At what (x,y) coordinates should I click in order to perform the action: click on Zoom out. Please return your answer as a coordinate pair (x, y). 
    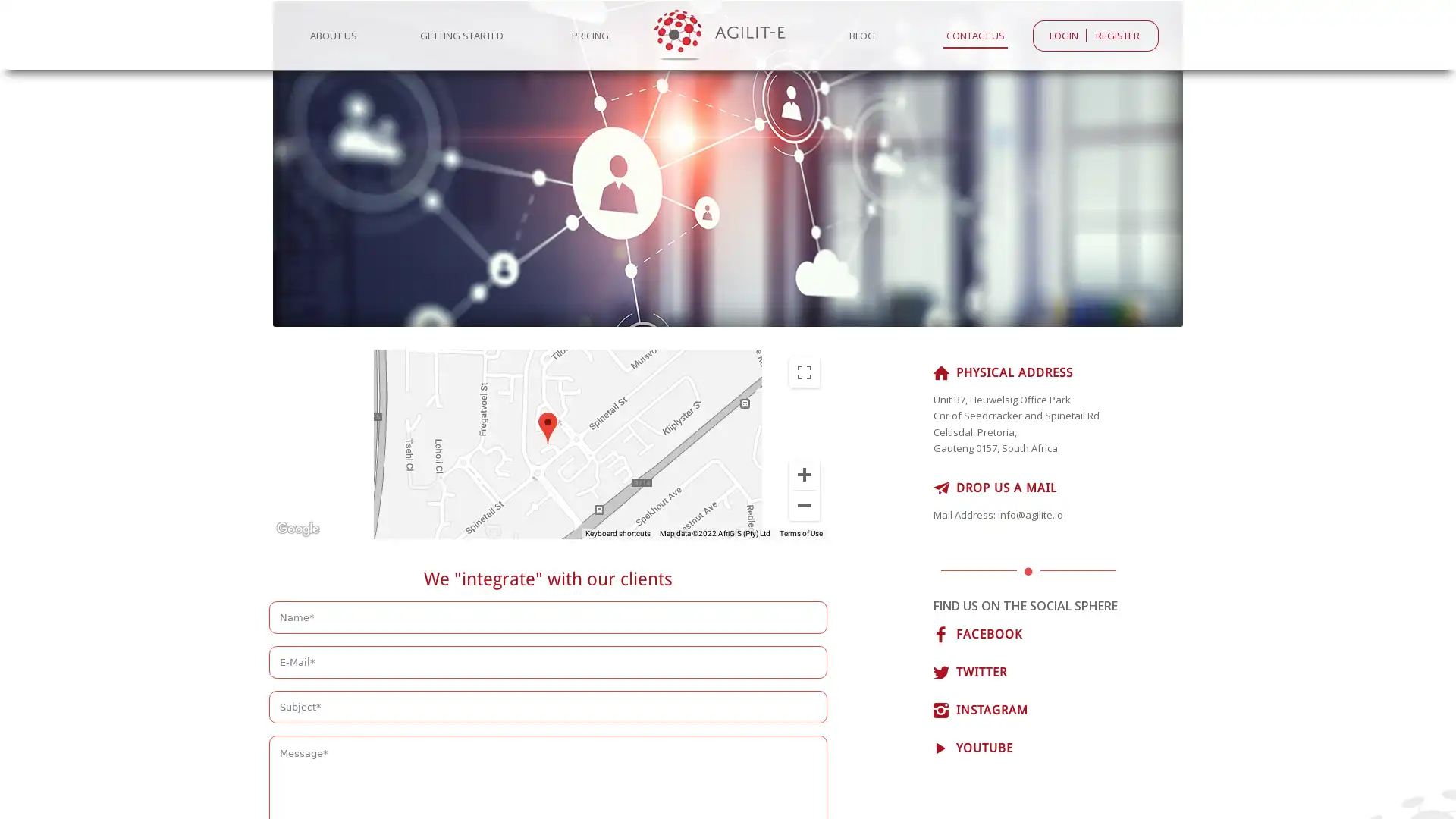
    Looking at the image, I should click on (803, 506).